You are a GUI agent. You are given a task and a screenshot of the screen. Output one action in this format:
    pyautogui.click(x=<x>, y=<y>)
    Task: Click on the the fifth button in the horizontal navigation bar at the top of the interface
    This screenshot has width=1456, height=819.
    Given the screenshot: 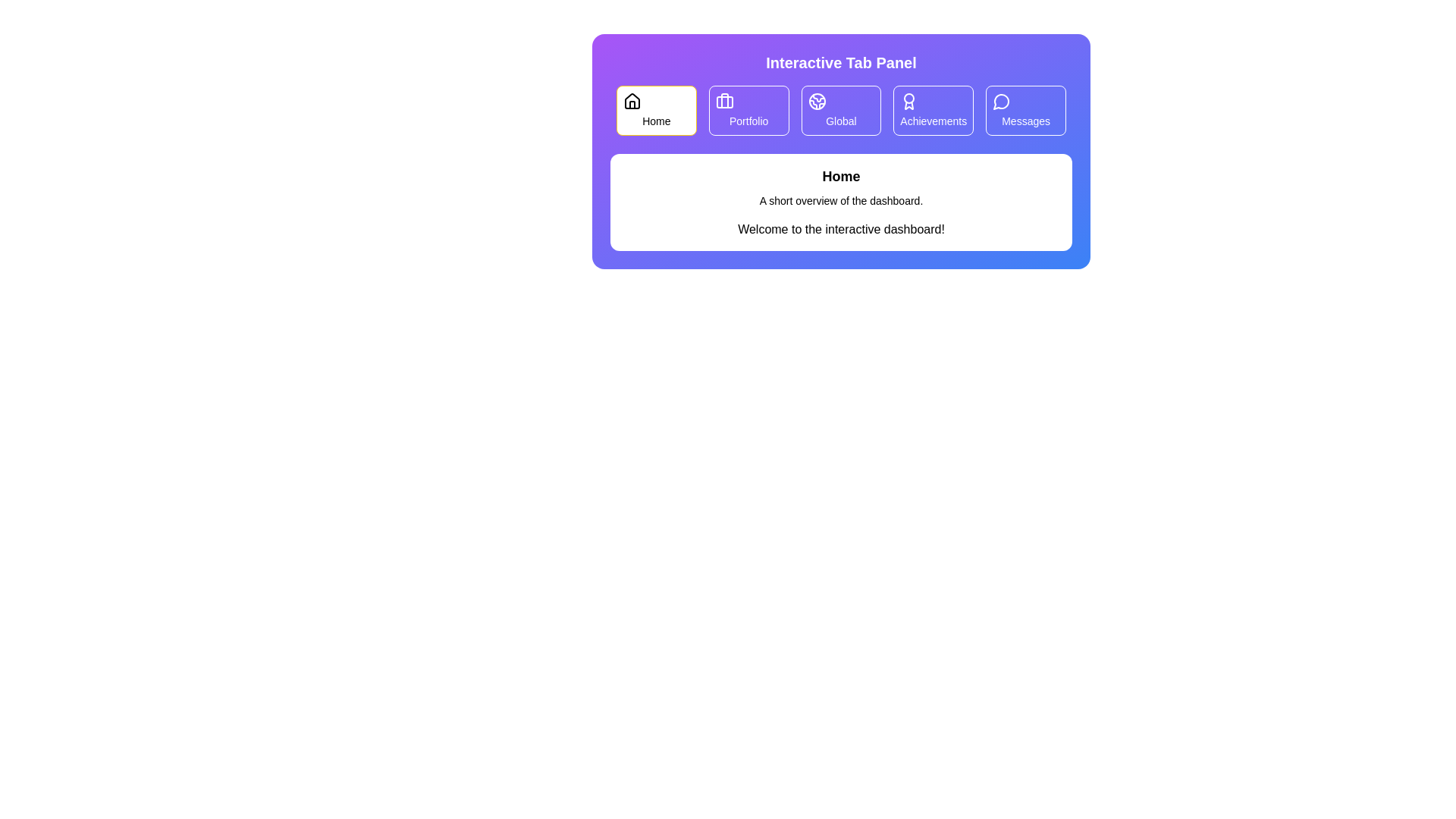 What is the action you would take?
    pyautogui.click(x=1026, y=110)
    